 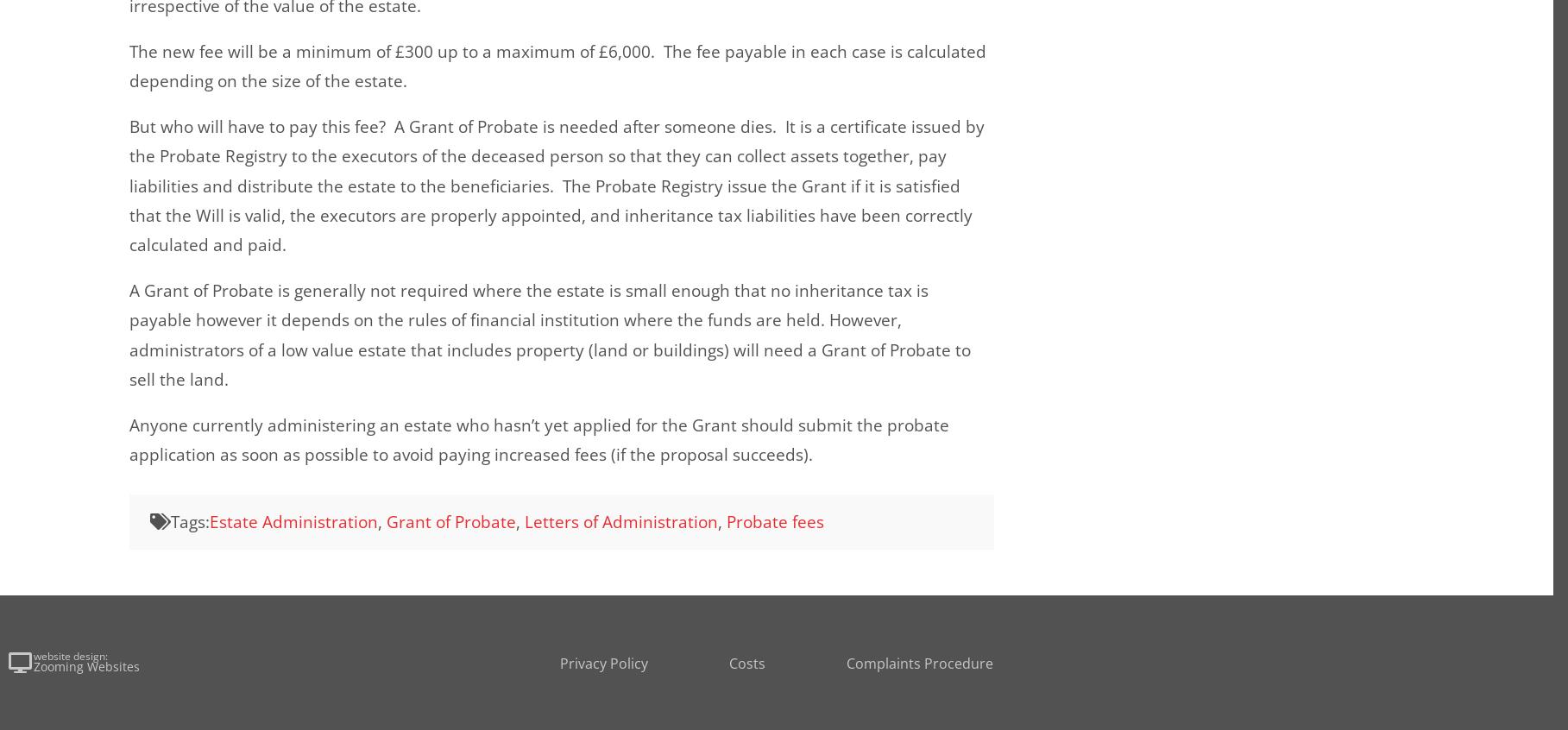 What do you see at coordinates (557, 186) in the screenshot?
I see `'But
who will have to pay this fee?  A Grant
of Probate is needed after someone dies. 
It is a certificate issued by the Probate Registry to the executors of
the deceased person so that they can collect assets together, pay liabilities
and distribute the estate to the beneficiaries.  The Probate Registry issue the Grant if it is satisfied
that the Will is valid, the executors are properly appointed, and inheritance
tax liabilities have been correctly calculated and paid.'` at bounding box center [557, 186].